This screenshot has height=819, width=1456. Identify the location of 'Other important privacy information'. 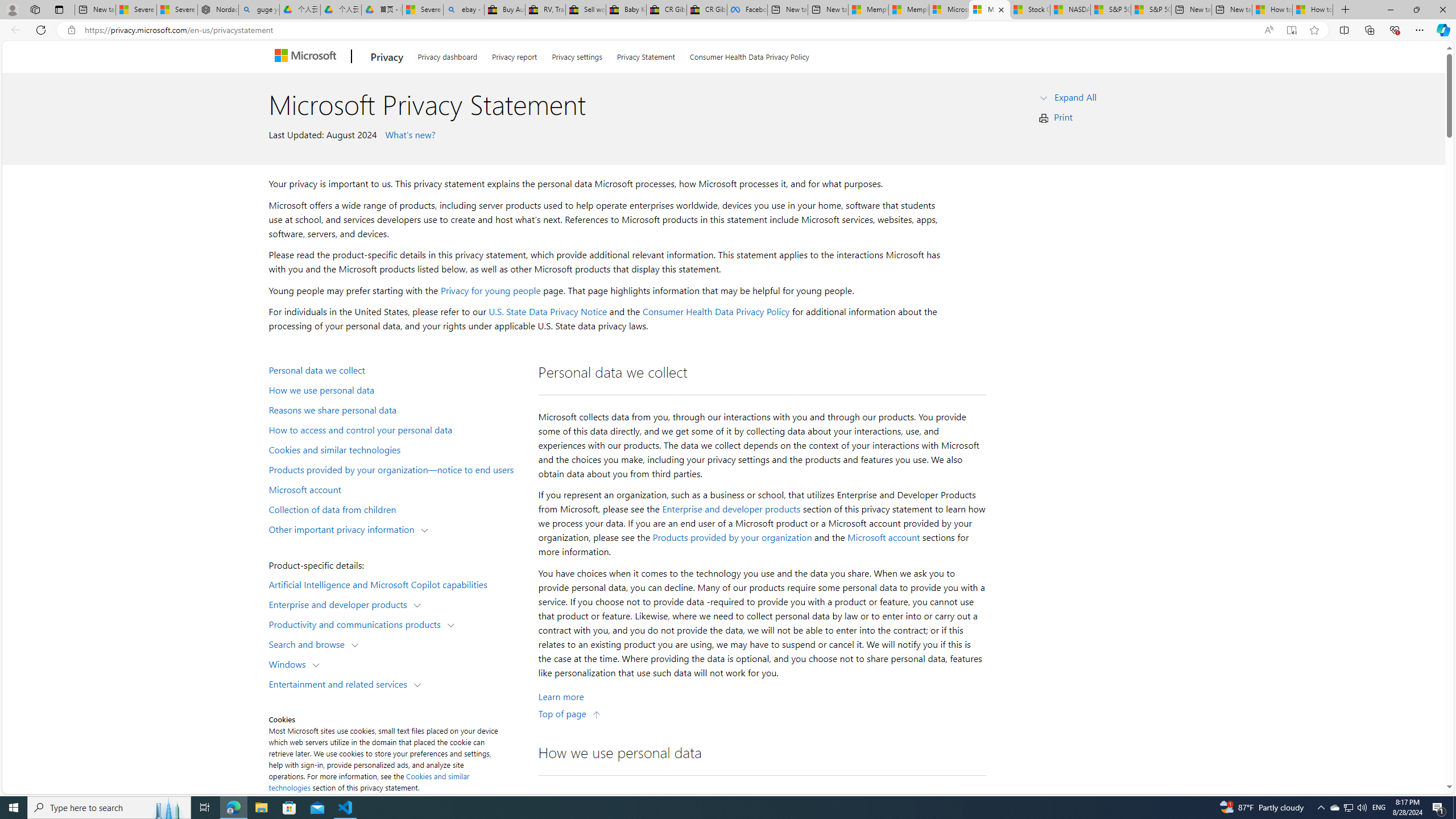
(344, 528).